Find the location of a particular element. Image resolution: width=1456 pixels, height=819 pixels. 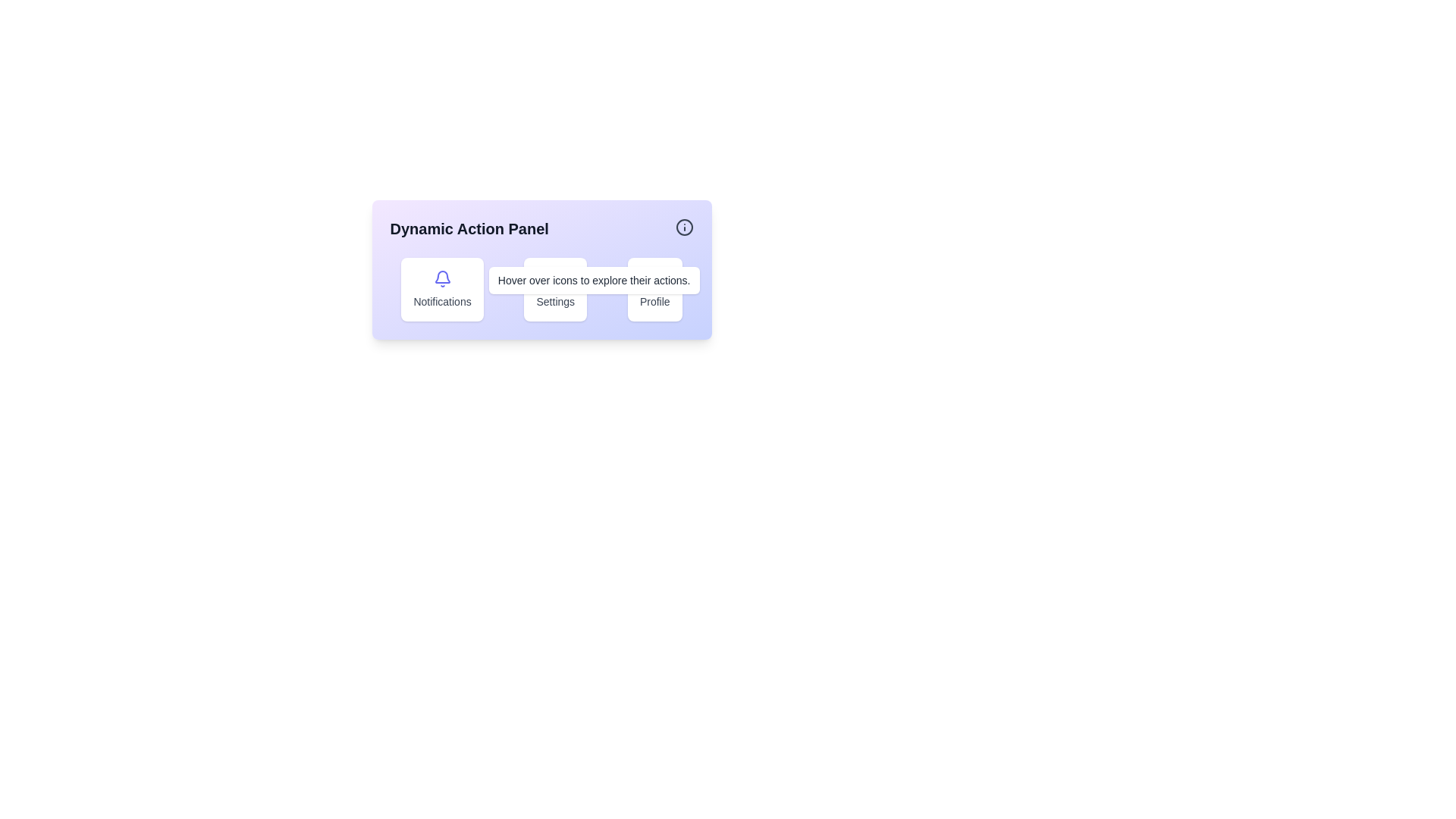

the indigo profile picture icon located at the top of the white card labeled 'Profile' is located at coordinates (654, 278).